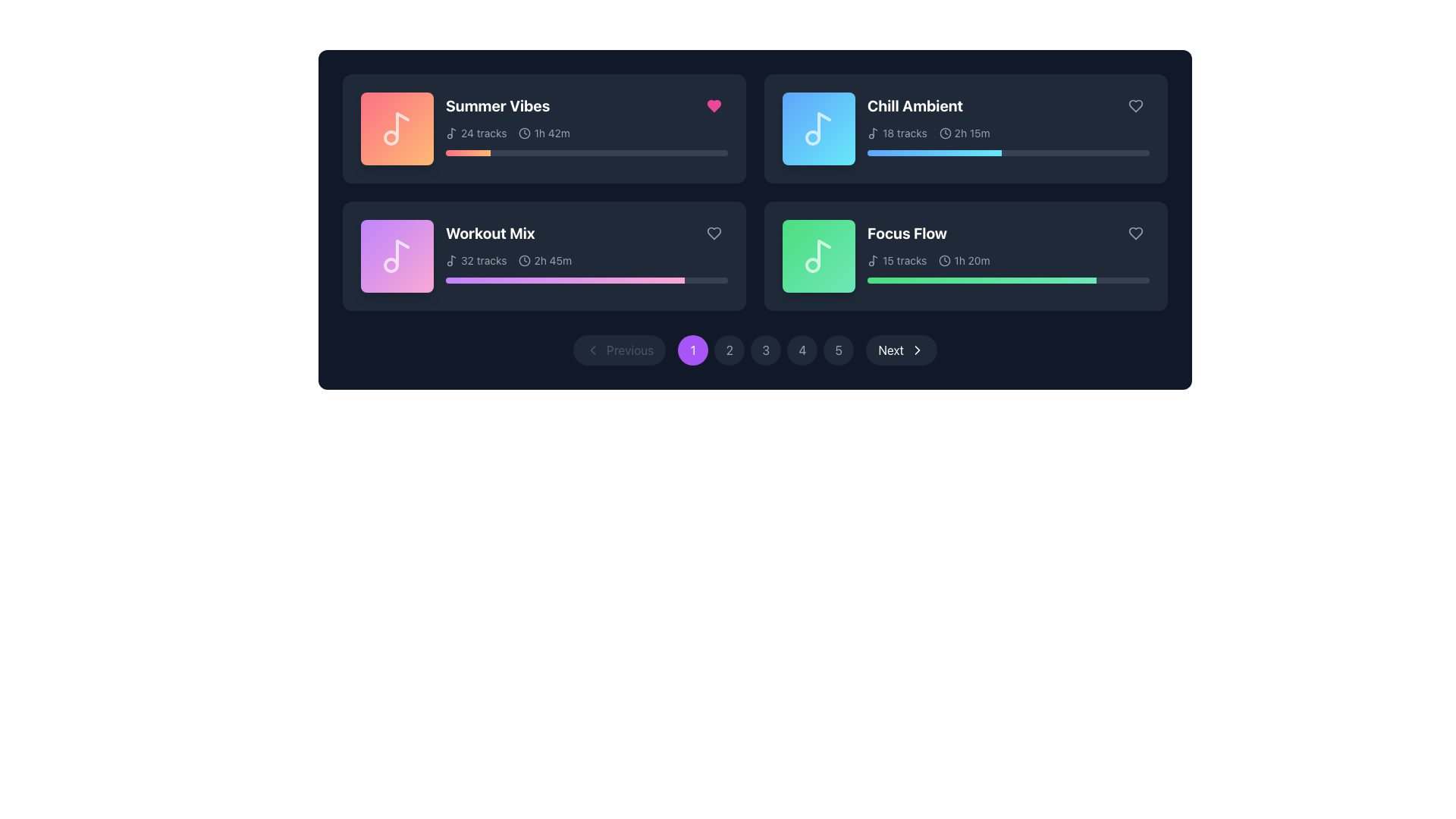 The image size is (1456, 819). Describe the element at coordinates (497, 105) in the screenshot. I see `text of the Text Label that serves as the title for the music playlist or album, located at the top of the first card in the upper-left corner of the interface` at that location.